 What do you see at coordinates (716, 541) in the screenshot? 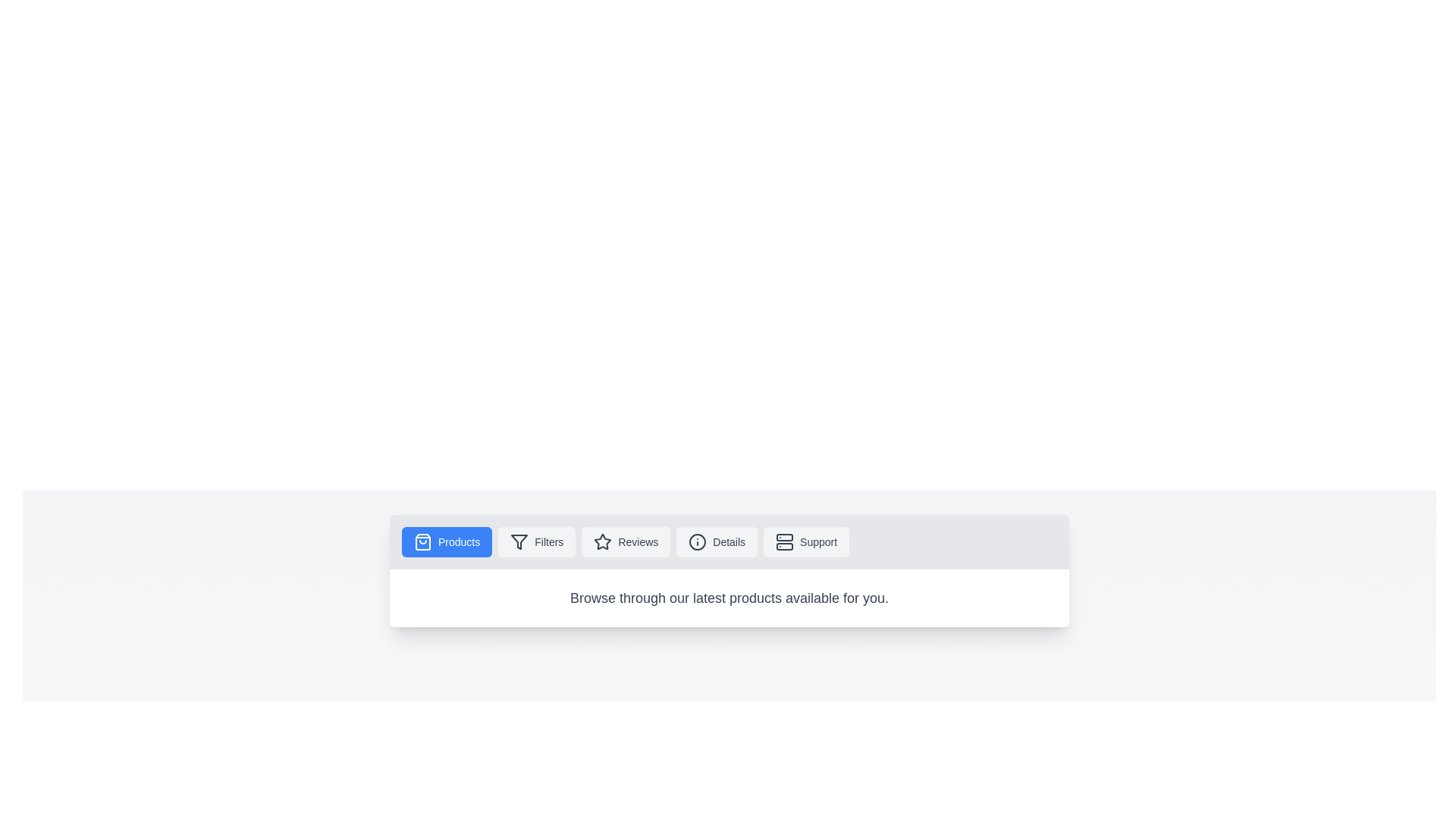
I see `the Details tab to observe its hover effect` at bounding box center [716, 541].